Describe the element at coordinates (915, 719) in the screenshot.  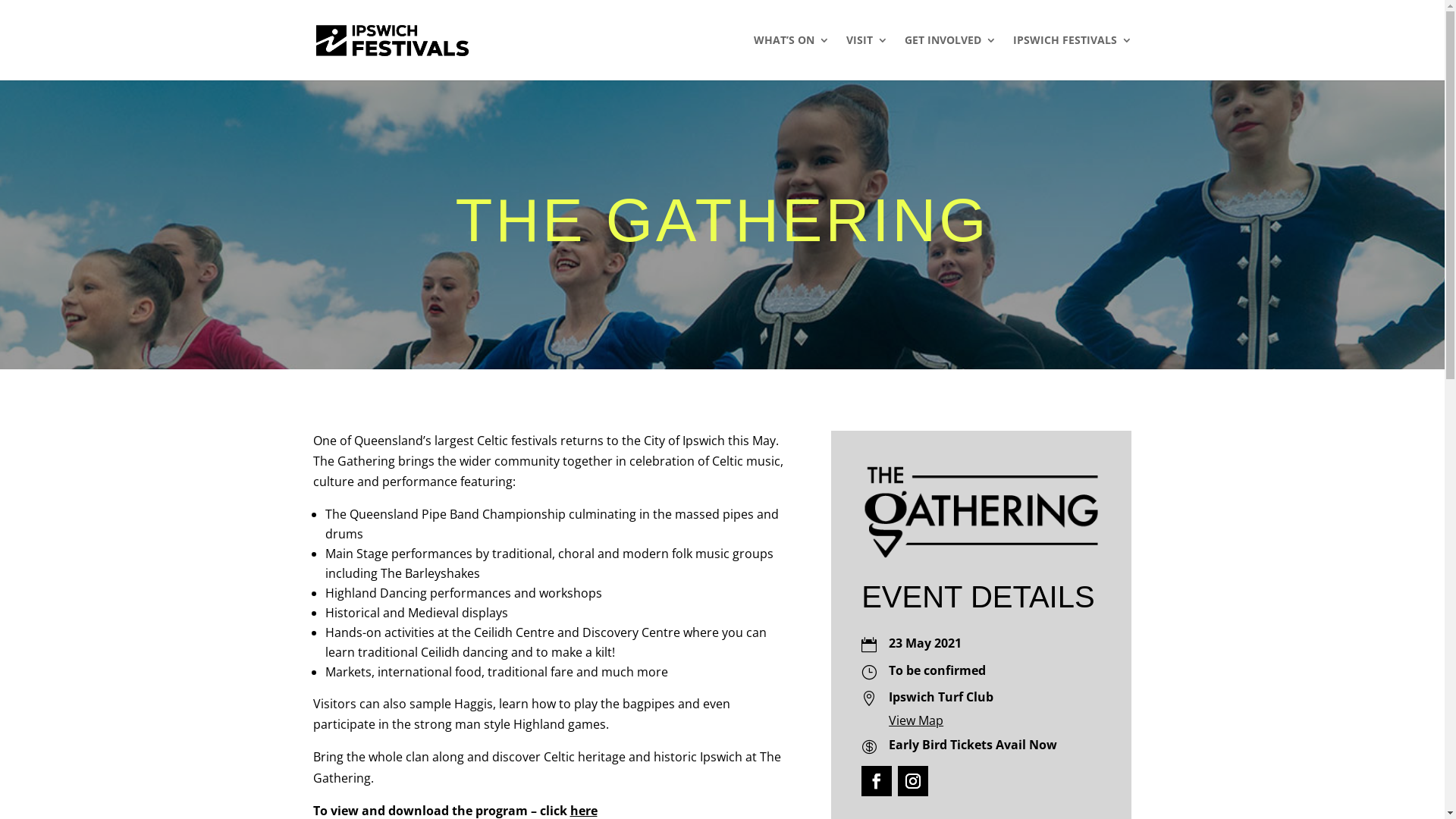
I see `'View Map'` at that location.